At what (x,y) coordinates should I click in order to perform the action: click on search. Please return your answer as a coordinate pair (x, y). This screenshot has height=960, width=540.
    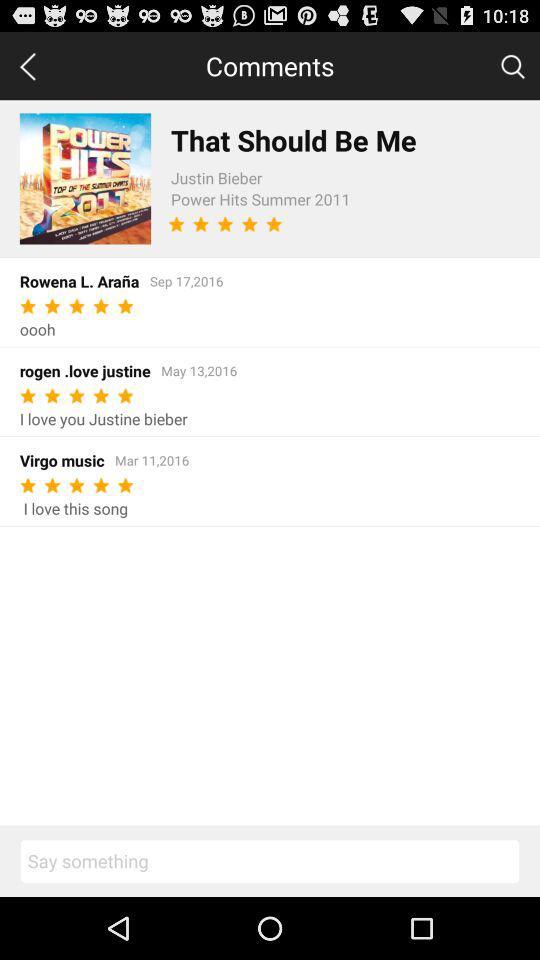
    Looking at the image, I should click on (512, 65).